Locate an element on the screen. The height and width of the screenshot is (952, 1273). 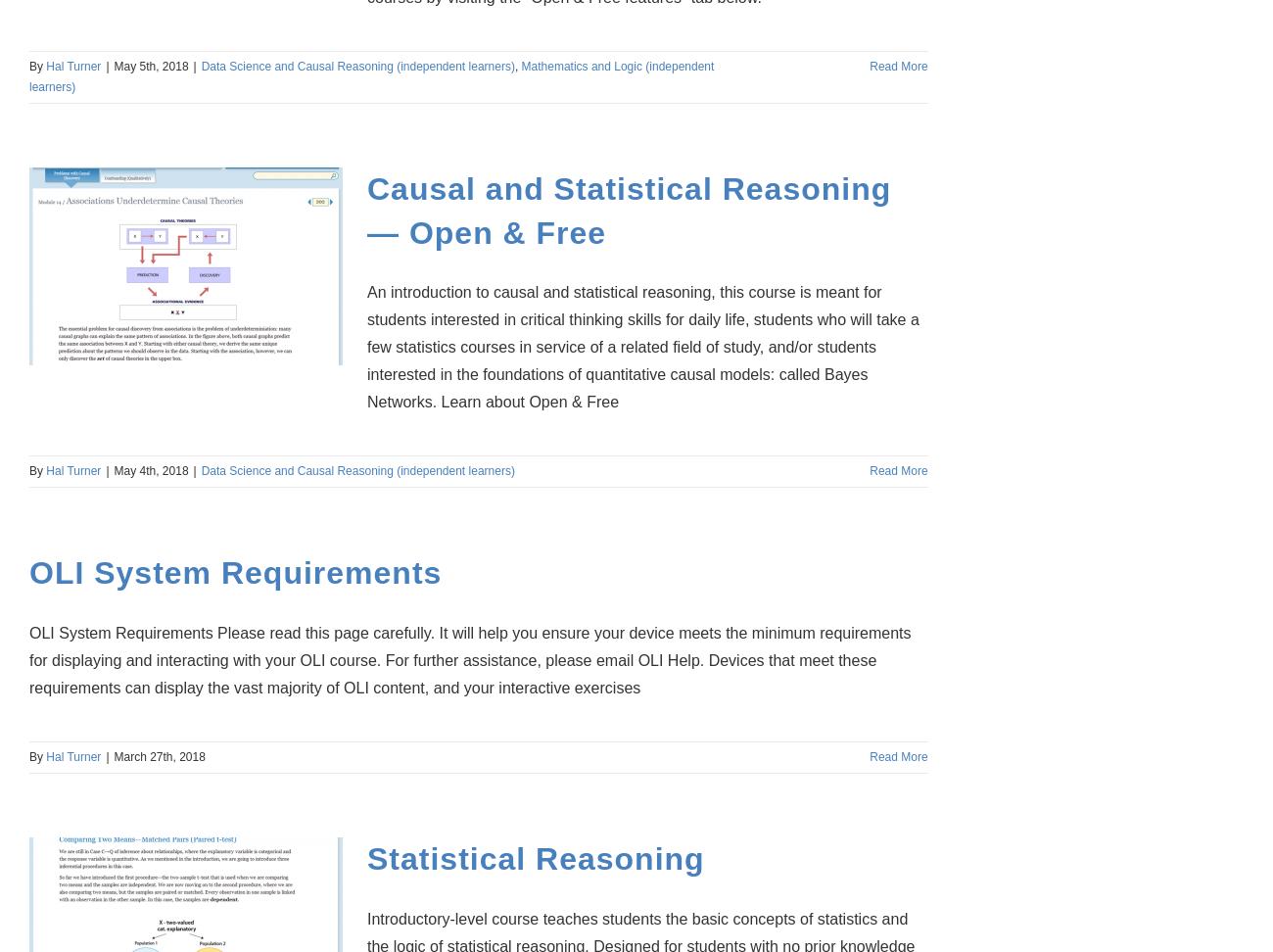
'Causal and Statistical Reasoning — Open & Free' is located at coordinates (366, 209).